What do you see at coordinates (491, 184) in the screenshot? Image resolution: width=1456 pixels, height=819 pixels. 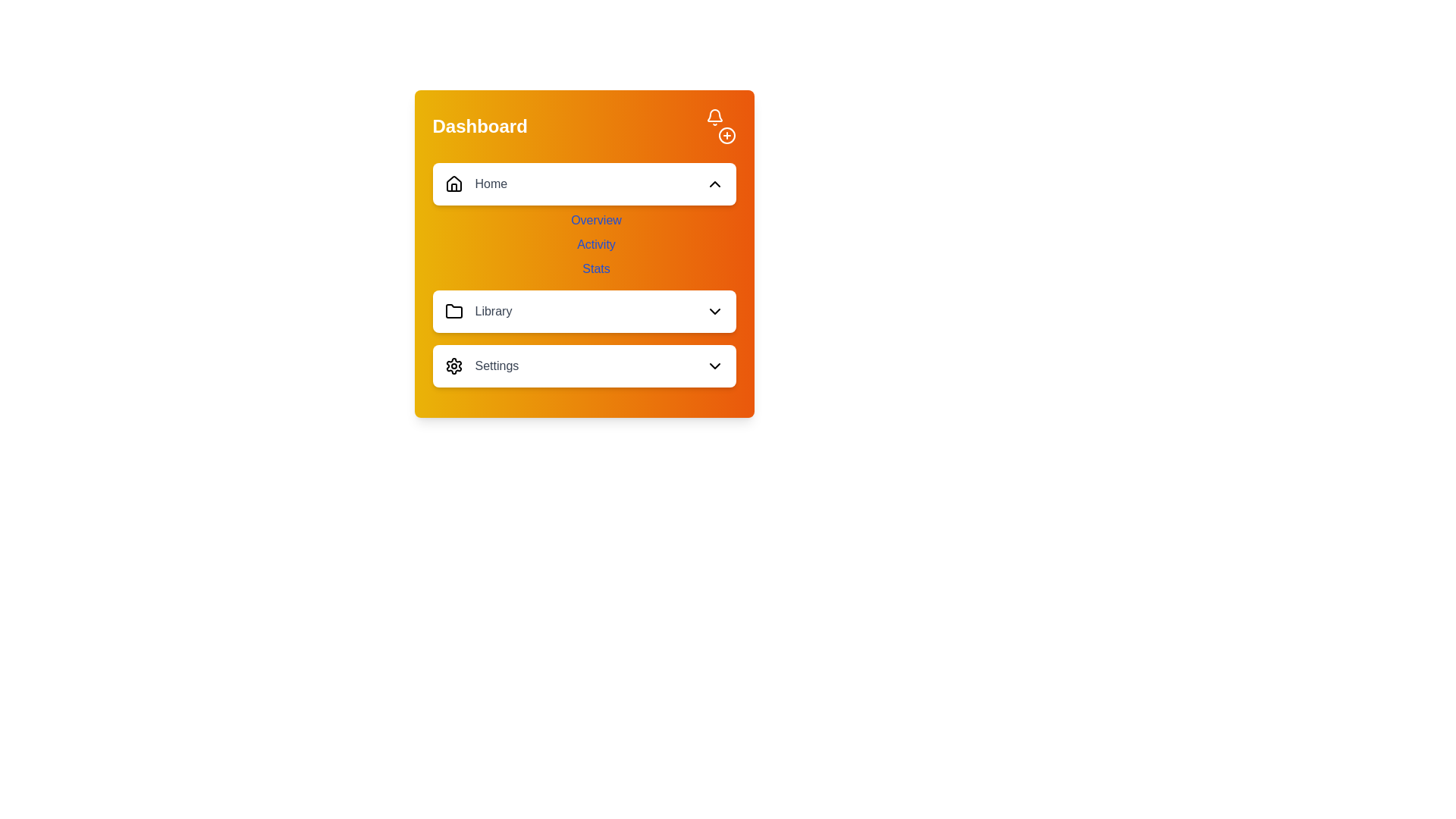 I see `the 'Home' text label, which is styled with medium font weight and gray color, located in the top section of the interface next to a house icon` at bounding box center [491, 184].